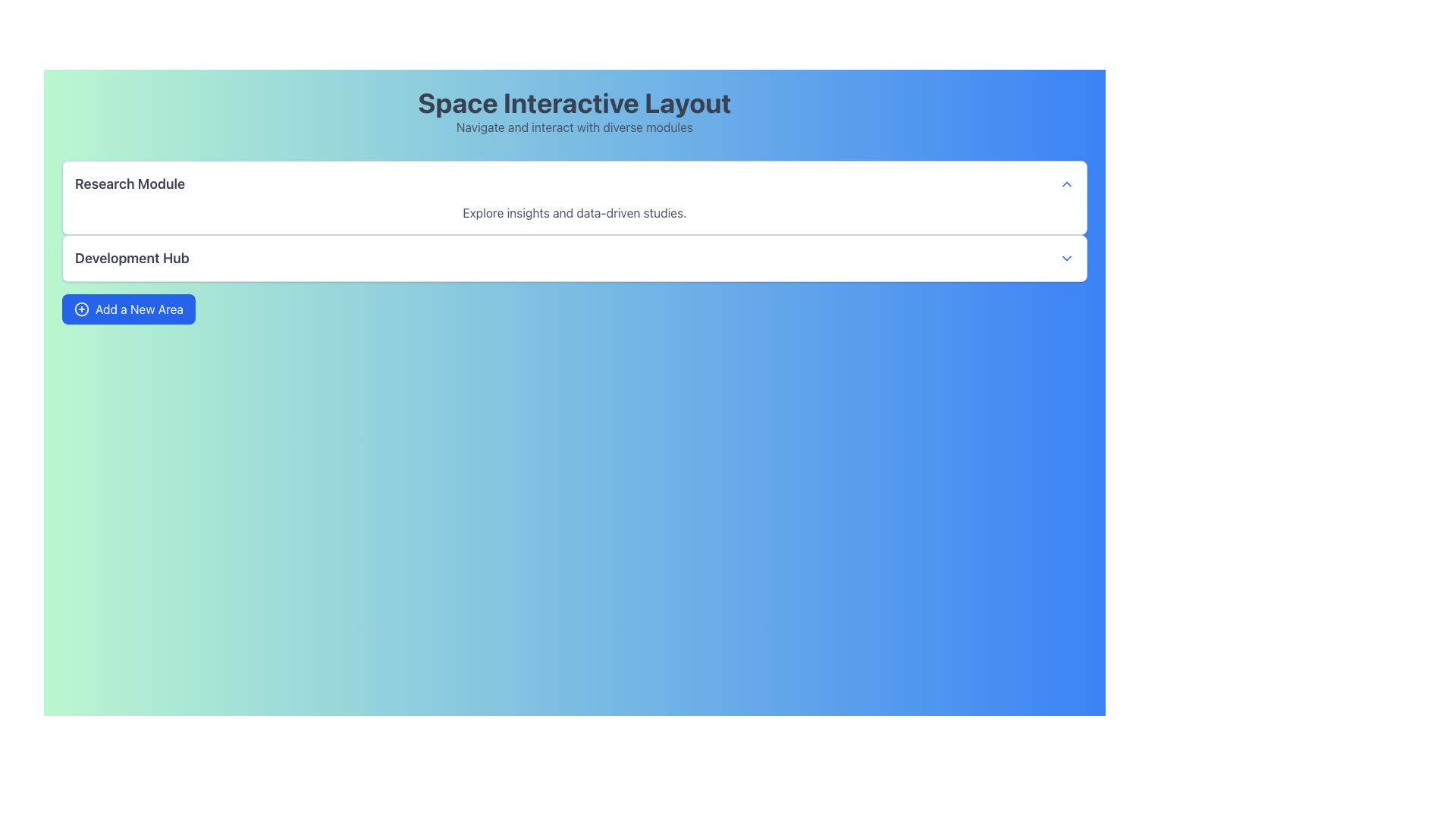 Image resolution: width=1456 pixels, height=819 pixels. I want to click on the 'Development Hub' text label which serves as a section heading within the layout, so click(132, 257).